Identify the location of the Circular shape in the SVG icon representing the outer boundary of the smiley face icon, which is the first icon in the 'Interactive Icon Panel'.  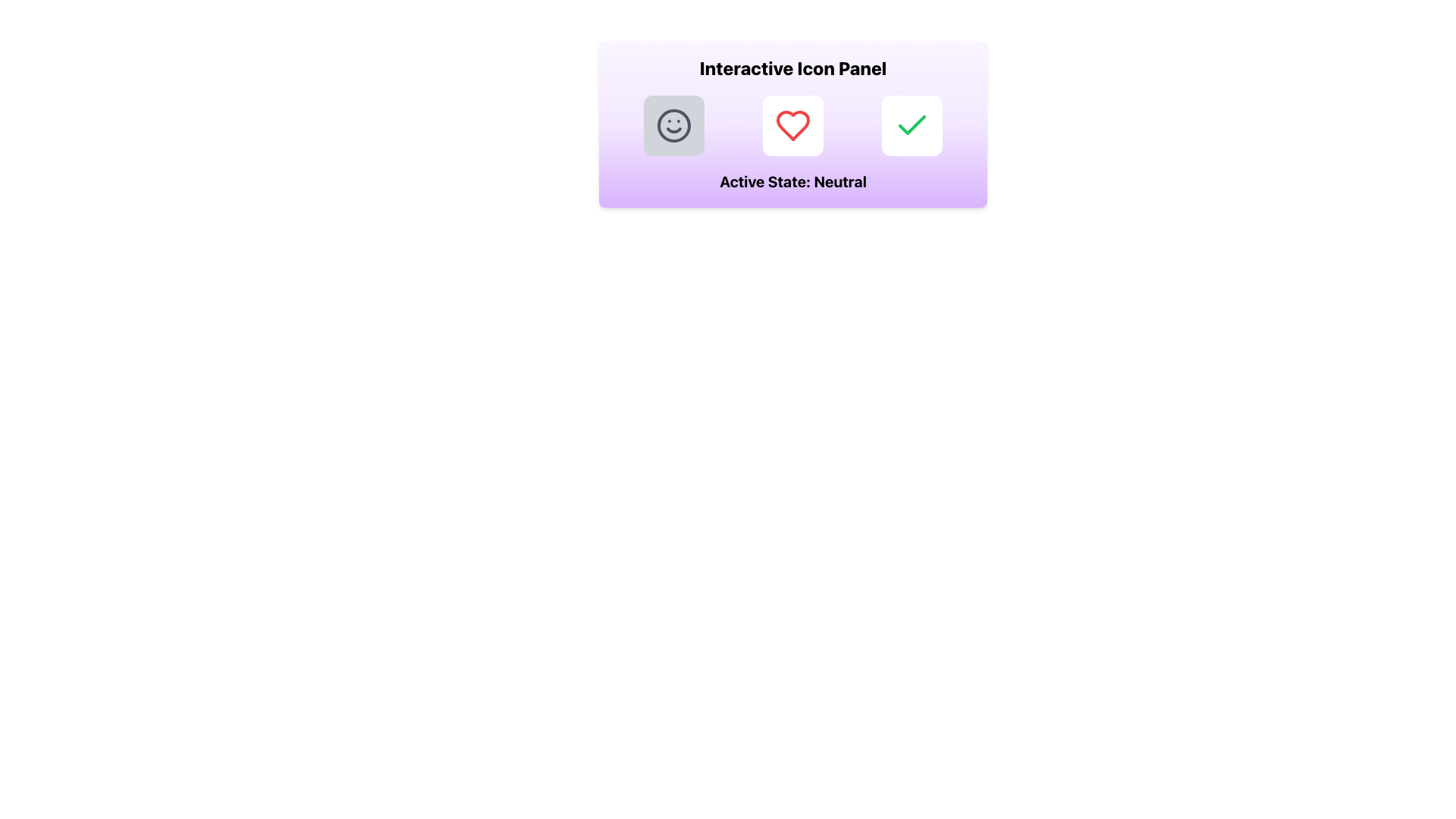
(673, 124).